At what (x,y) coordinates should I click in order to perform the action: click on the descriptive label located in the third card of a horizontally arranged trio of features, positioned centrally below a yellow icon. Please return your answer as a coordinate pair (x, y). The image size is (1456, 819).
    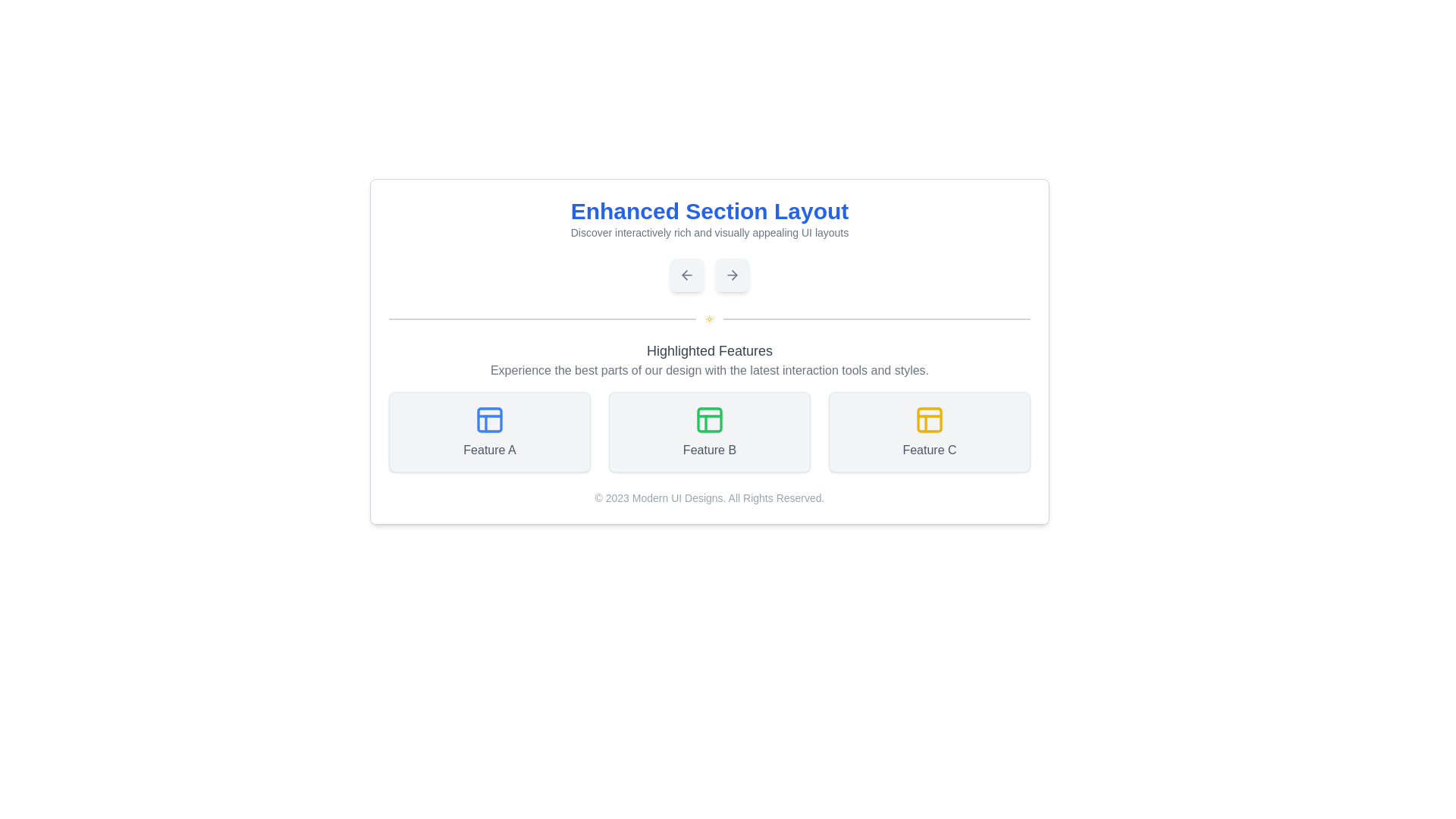
    Looking at the image, I should click on (928, 450).